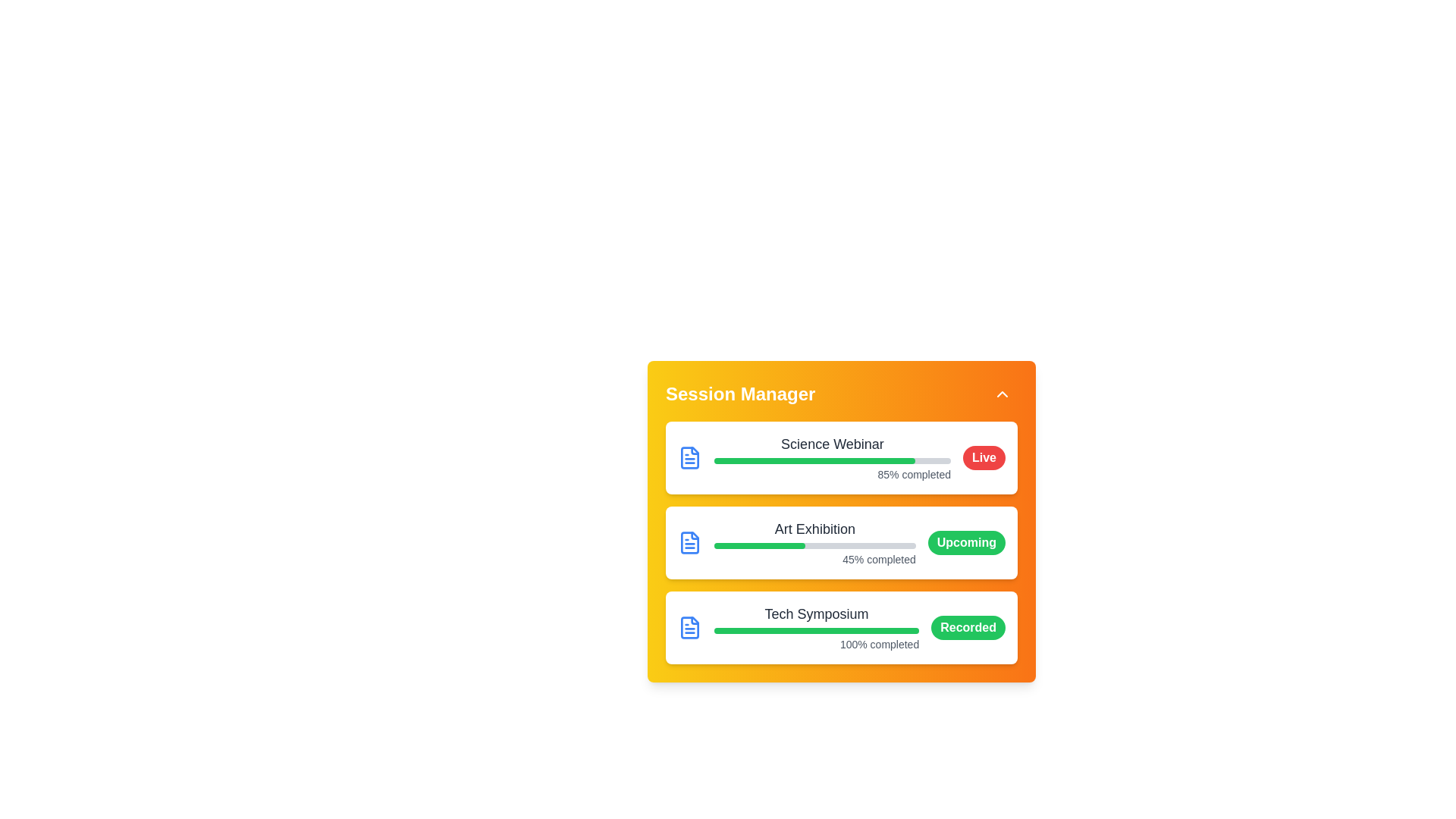 The image size is (1456, 819). What do you see at coordinates (840, 520) in the screenshot?
I see `session information from the 'Session Manager' structured information card, which is a rectangular card with a gradient background transitioning from yellow to orange, located at the center of the interface` at bounding box center [840, 520].